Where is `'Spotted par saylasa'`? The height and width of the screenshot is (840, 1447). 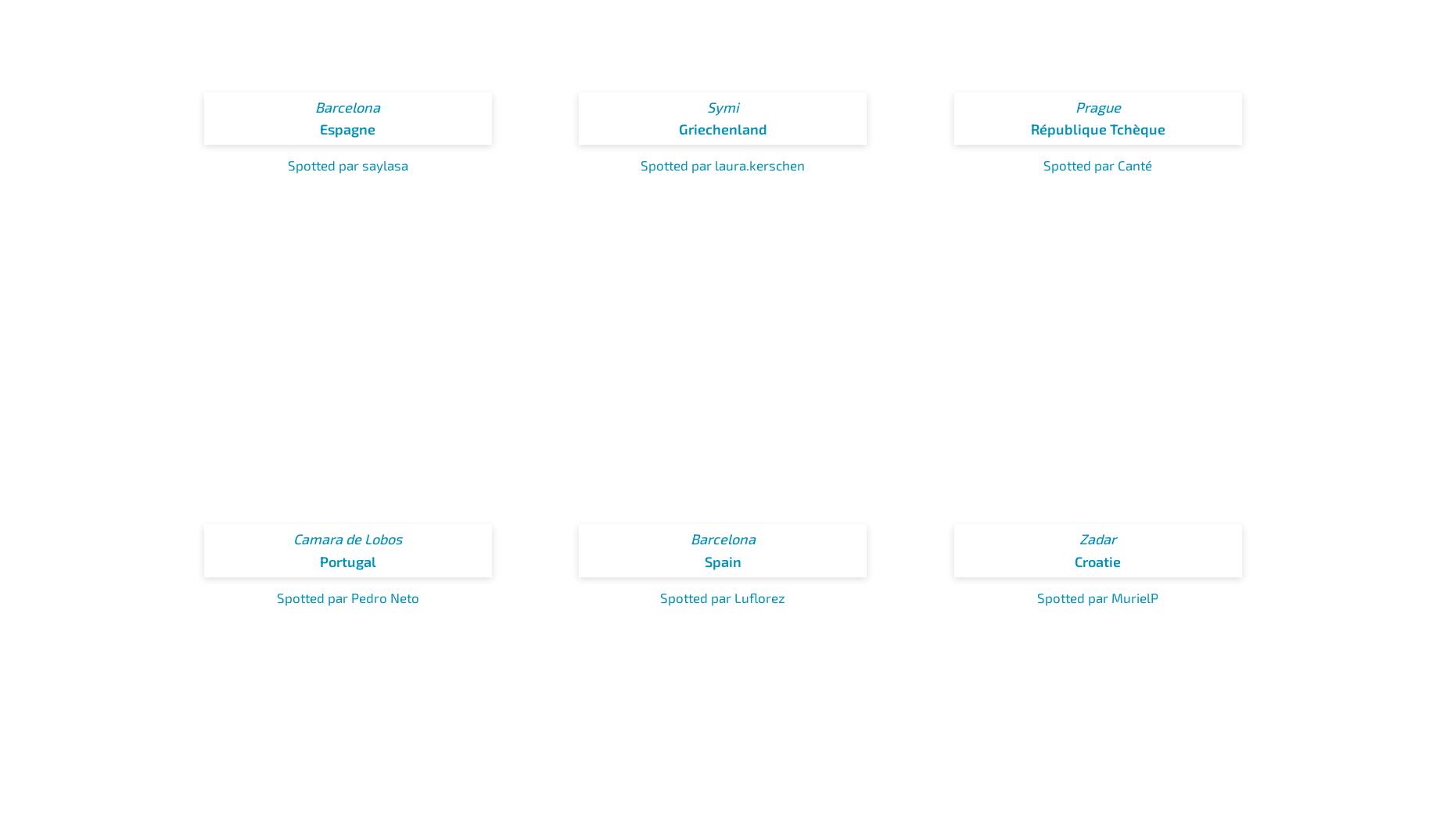 'Spotted par saylasa' is located at coordinates (346, 165).